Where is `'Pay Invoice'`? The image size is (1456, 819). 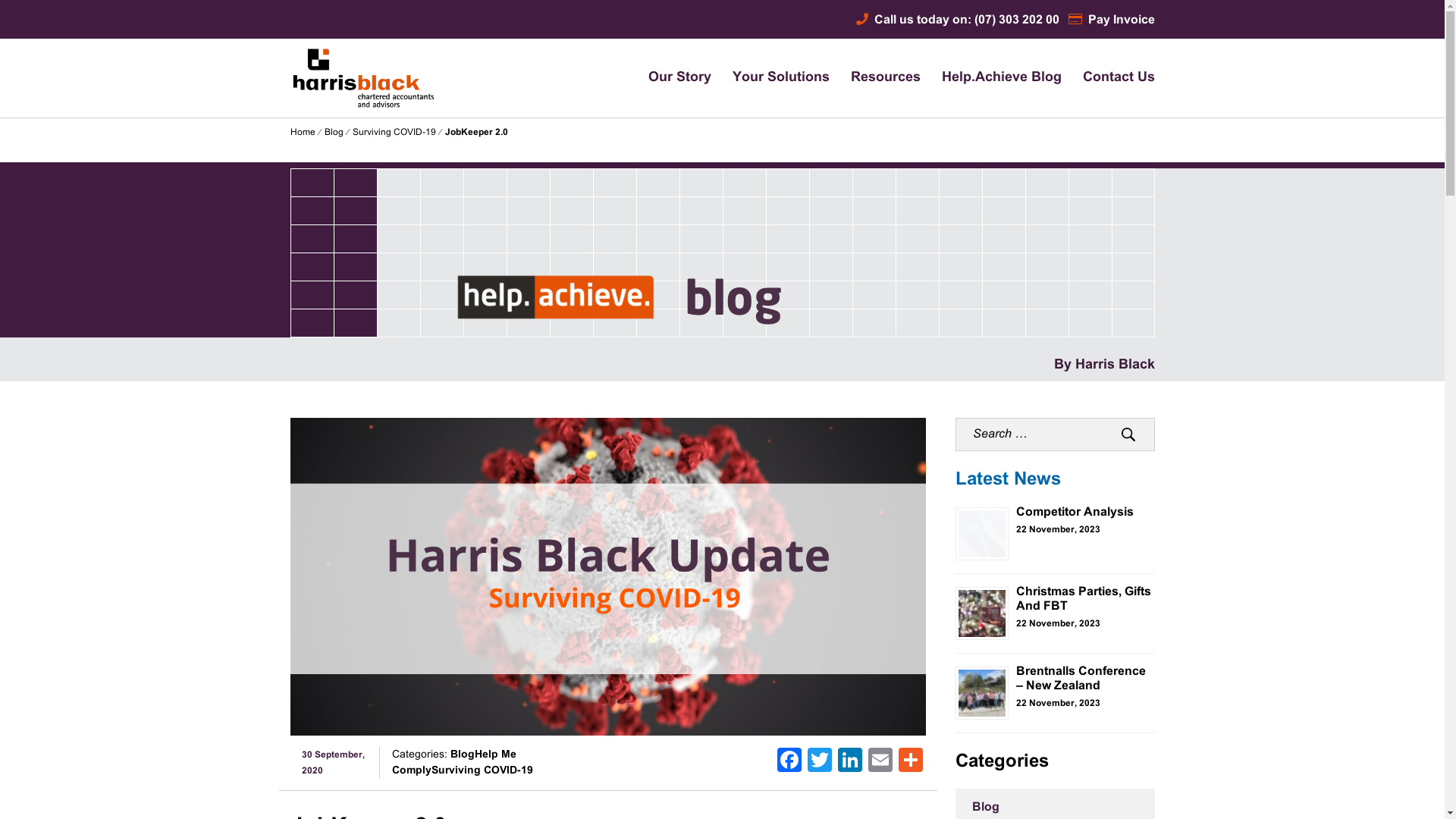
'Pay Invoice' is located at coordinates (1066, 20).